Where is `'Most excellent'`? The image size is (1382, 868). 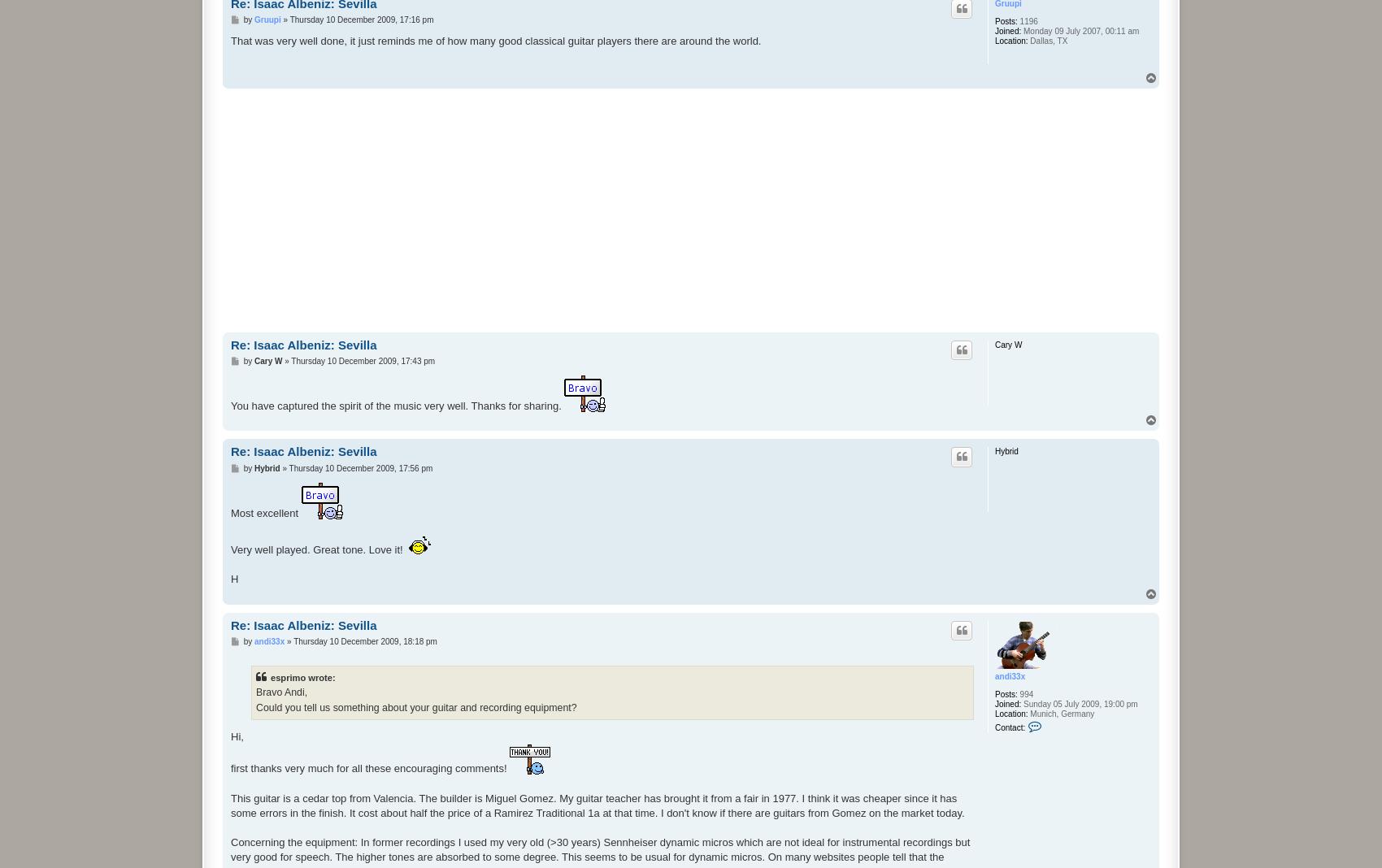 'Most excellent' is located at coordinates (265, 511).